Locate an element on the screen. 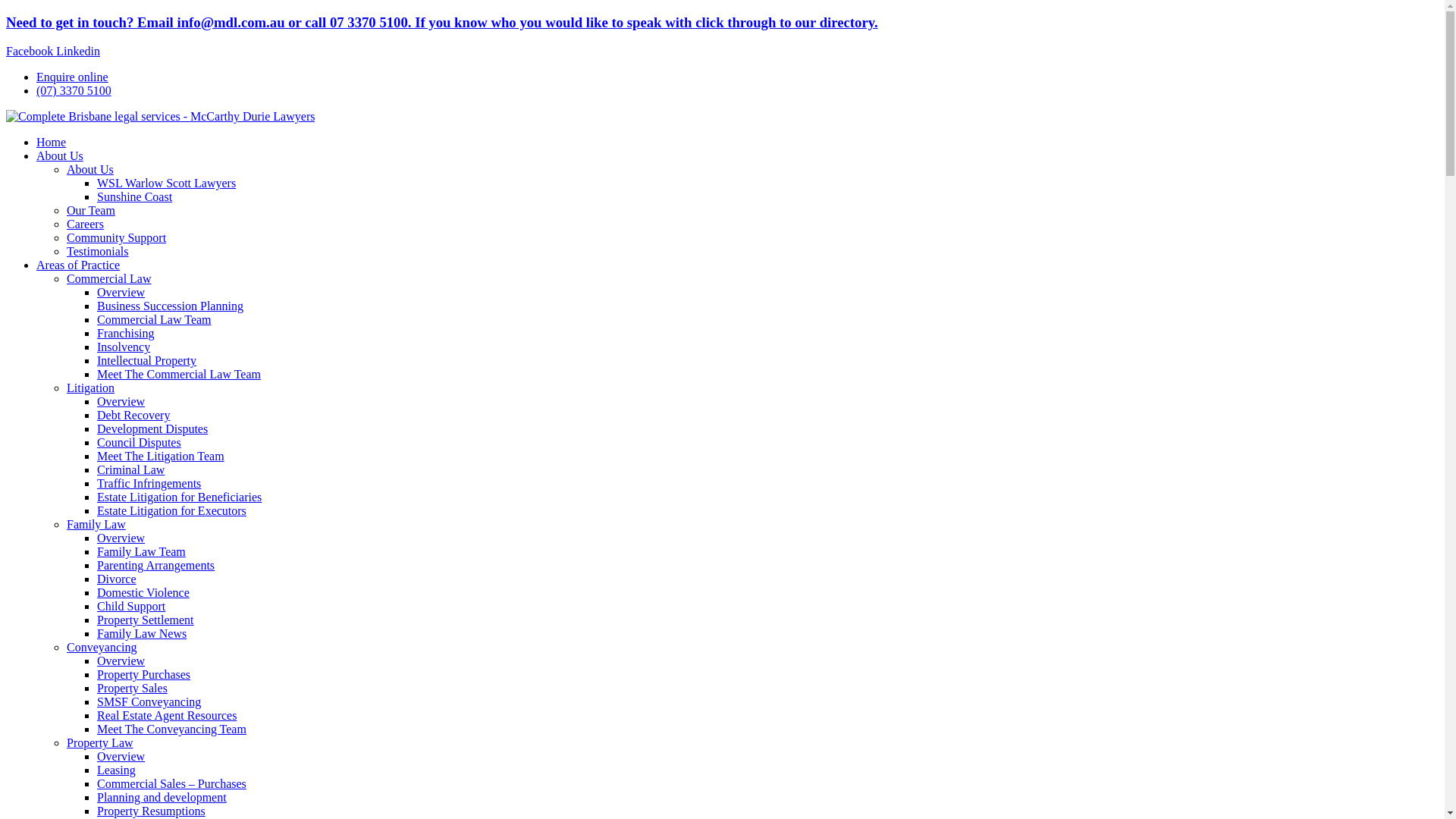  'Conveyancing' is located at coordinates (65, 647).